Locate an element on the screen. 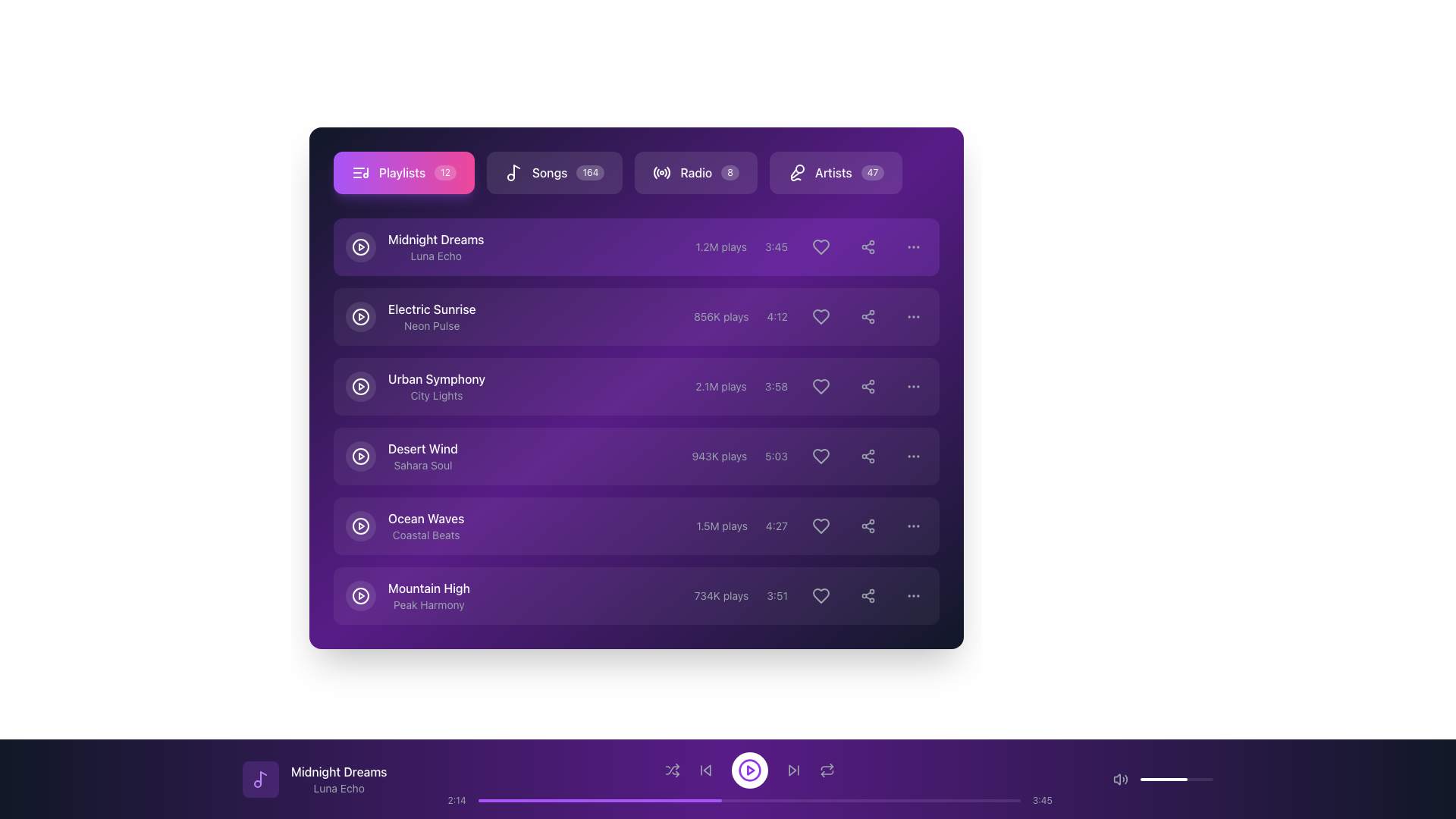 This screenshot has height=819, width=1456. the small circular play button with a white play icon, located at the leftmost part of the row for the song 'Midnight Dreams' by 'Luna Echo' is located at coordinates (359, 246).